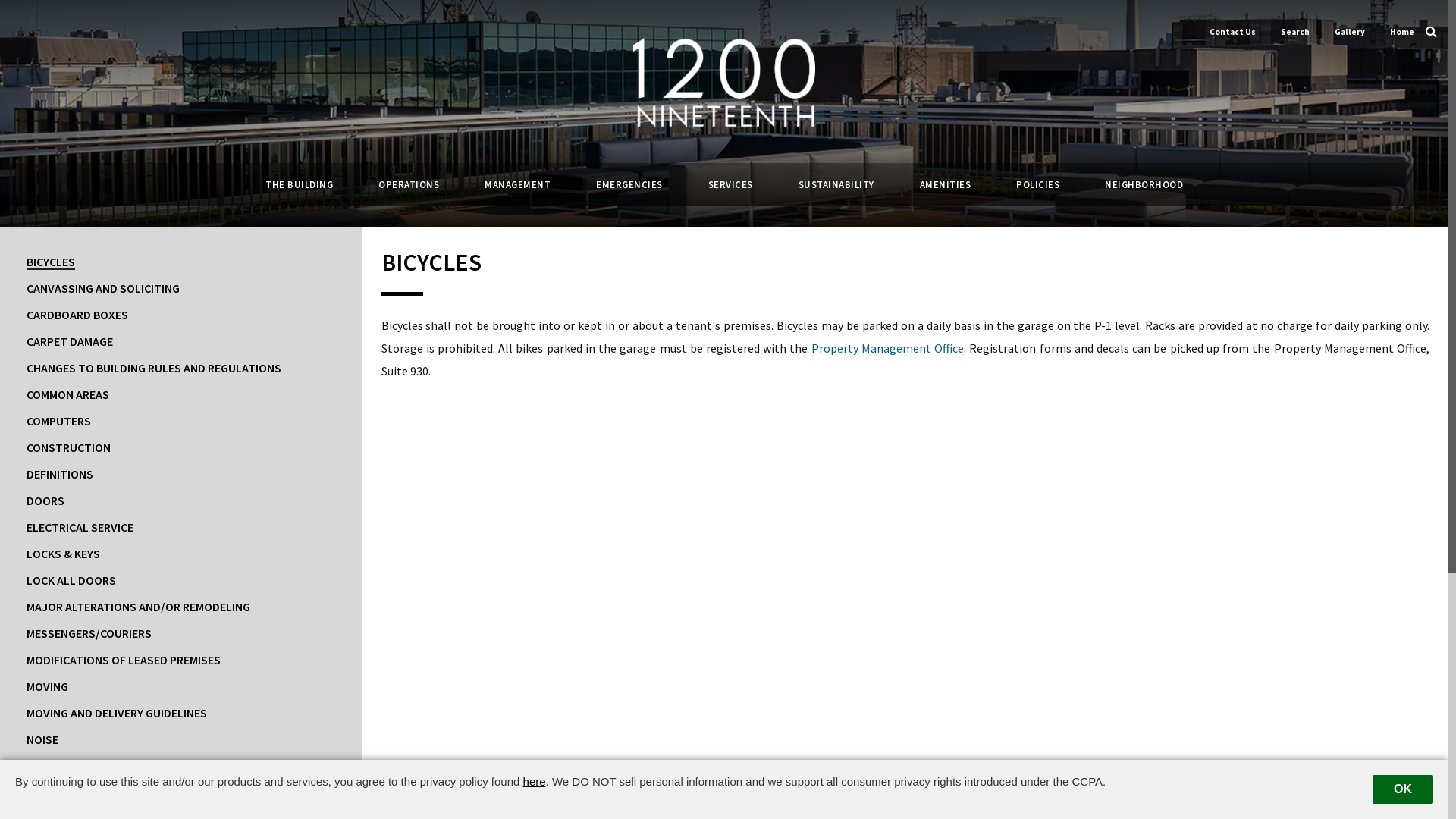 The width and height of the screenshot is (1456, 819). What do you see at coordinates (835, 184) in the screenshot?
I see `'SUSTAINABILITY'` at bounding box center [835, 184].